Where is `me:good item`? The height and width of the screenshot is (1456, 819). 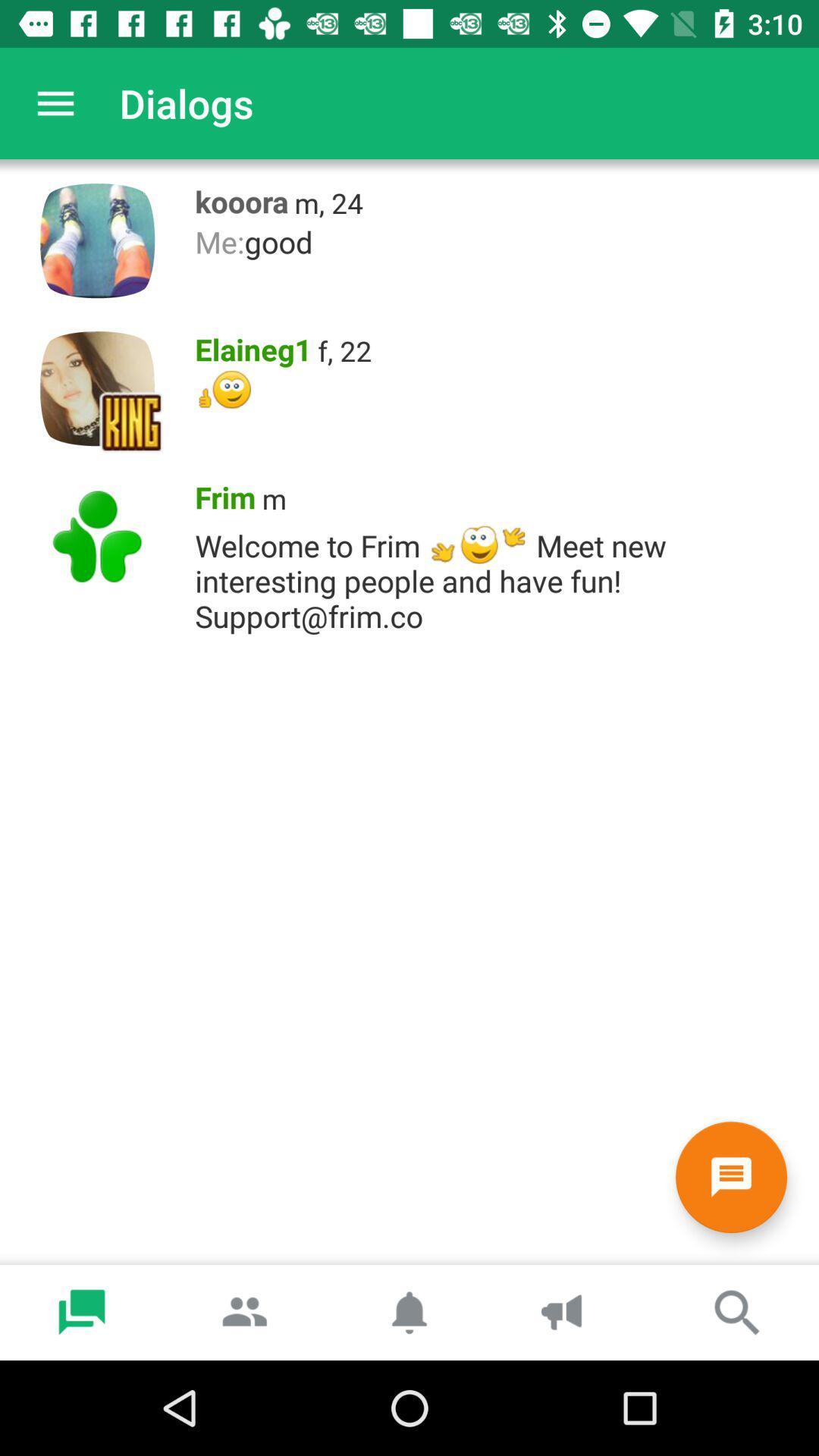 me:good item is located at coordinates (499, 241).